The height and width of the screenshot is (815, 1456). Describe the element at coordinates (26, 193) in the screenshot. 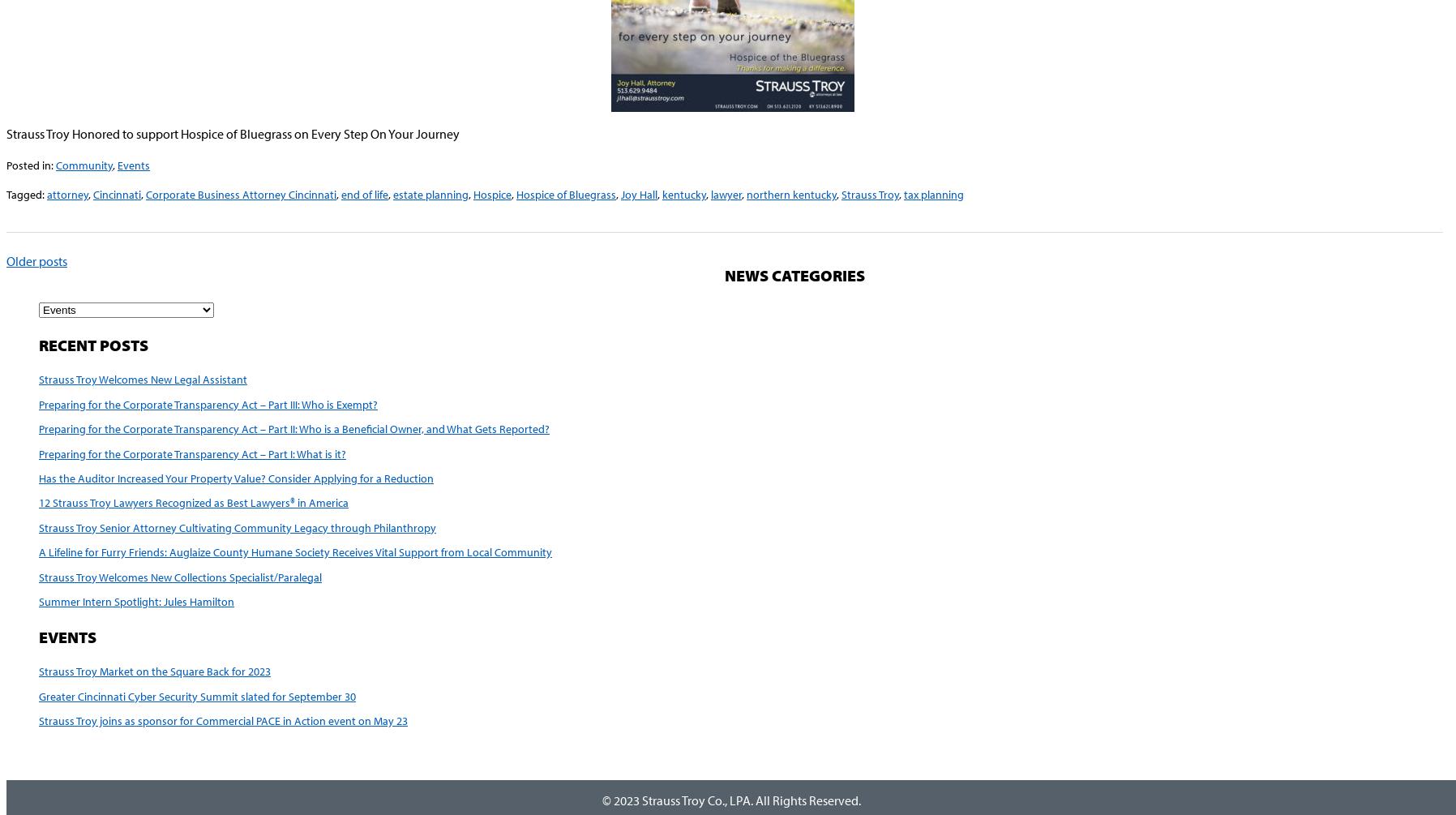

I see `'Tagged:'` at that location.